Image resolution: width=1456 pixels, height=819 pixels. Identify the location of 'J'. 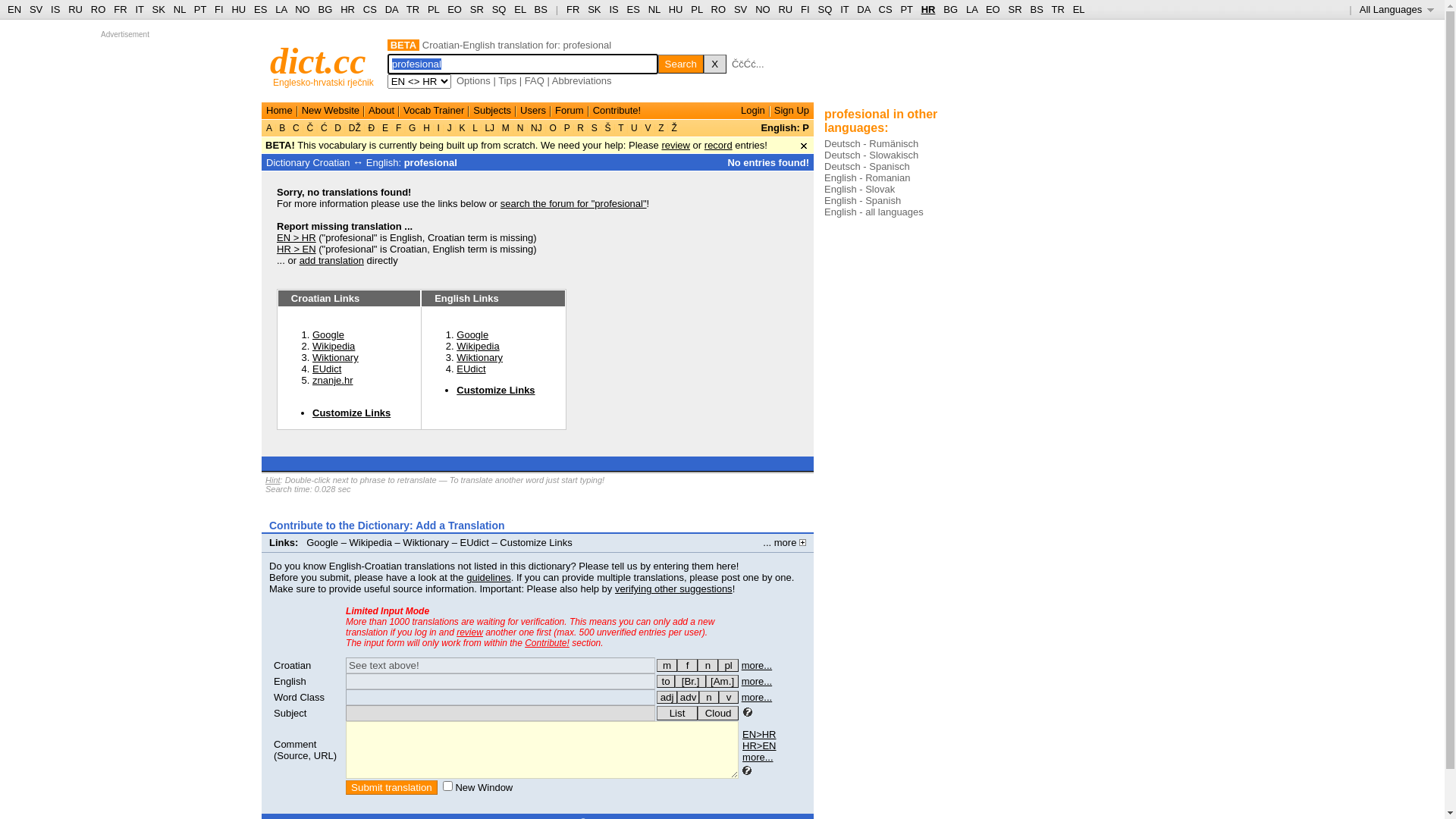
(448, 127).